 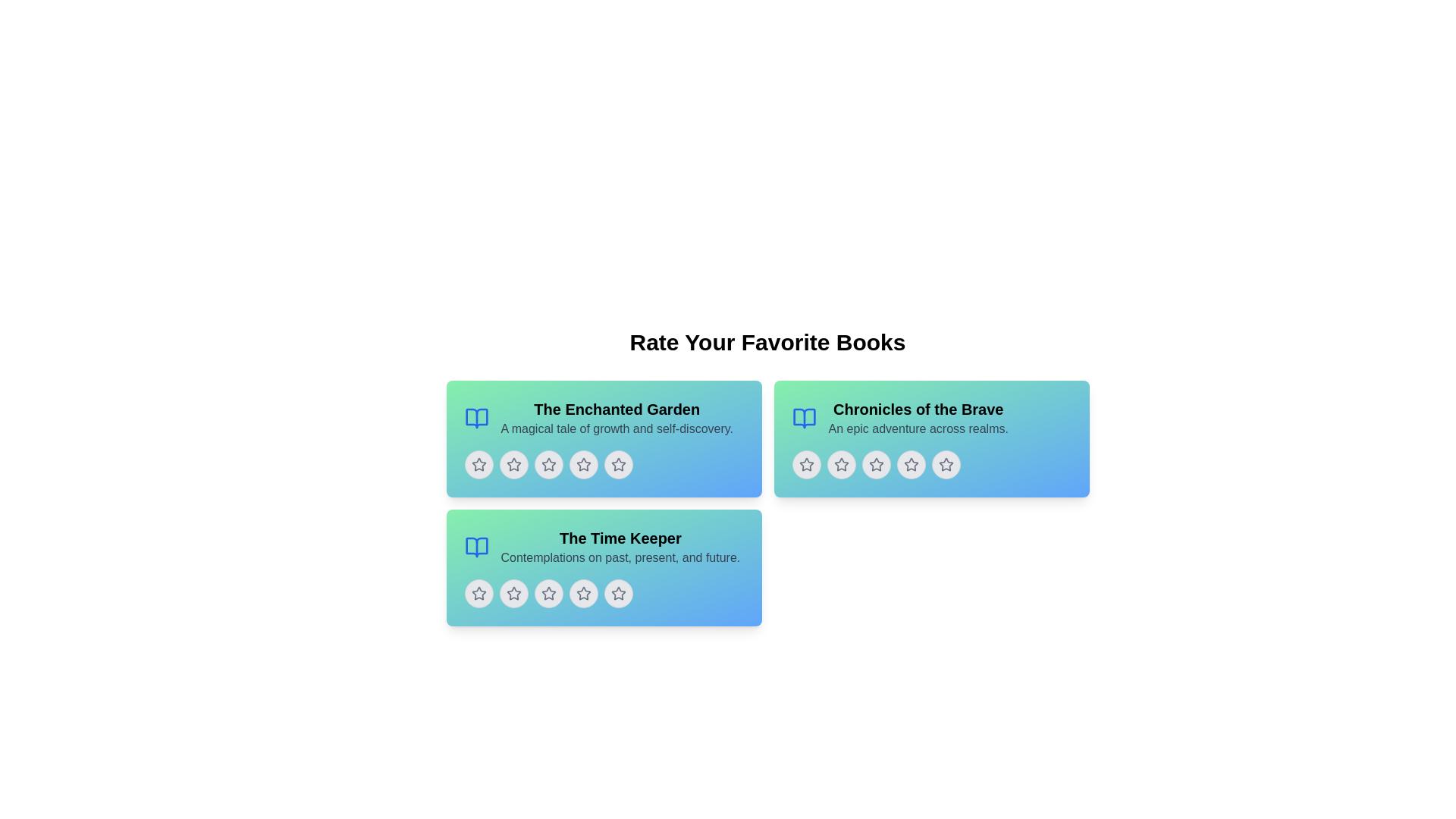 I want to click on the decorative icon associated with the title 'The Time Keeper' located at the top-left corner of the bottom-left card, so click(x=475, y=547).